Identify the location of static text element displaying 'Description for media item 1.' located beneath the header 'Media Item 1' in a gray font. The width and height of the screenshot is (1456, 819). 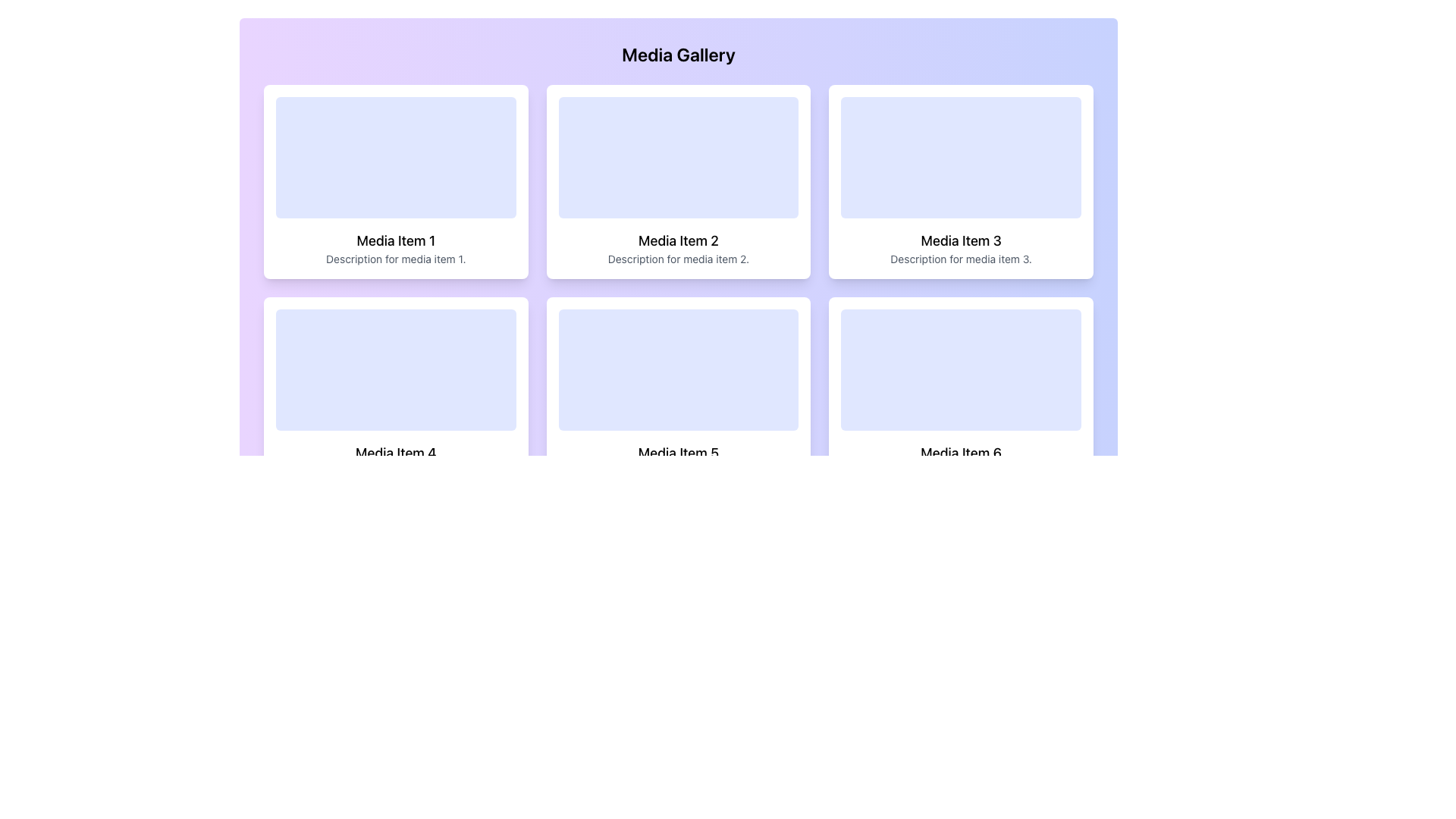
(396, 259).